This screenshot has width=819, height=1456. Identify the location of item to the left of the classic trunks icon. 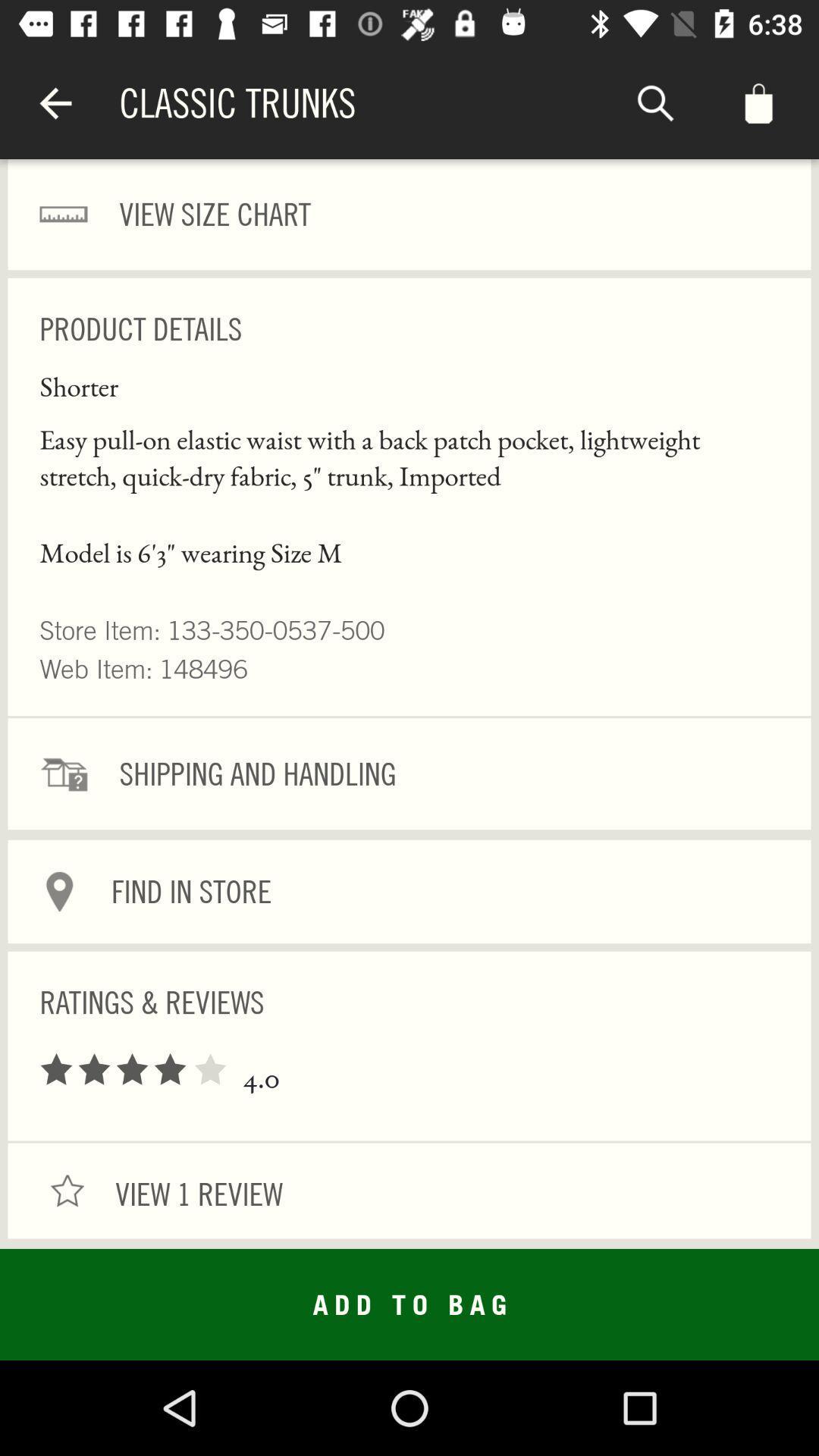
(55, 102).